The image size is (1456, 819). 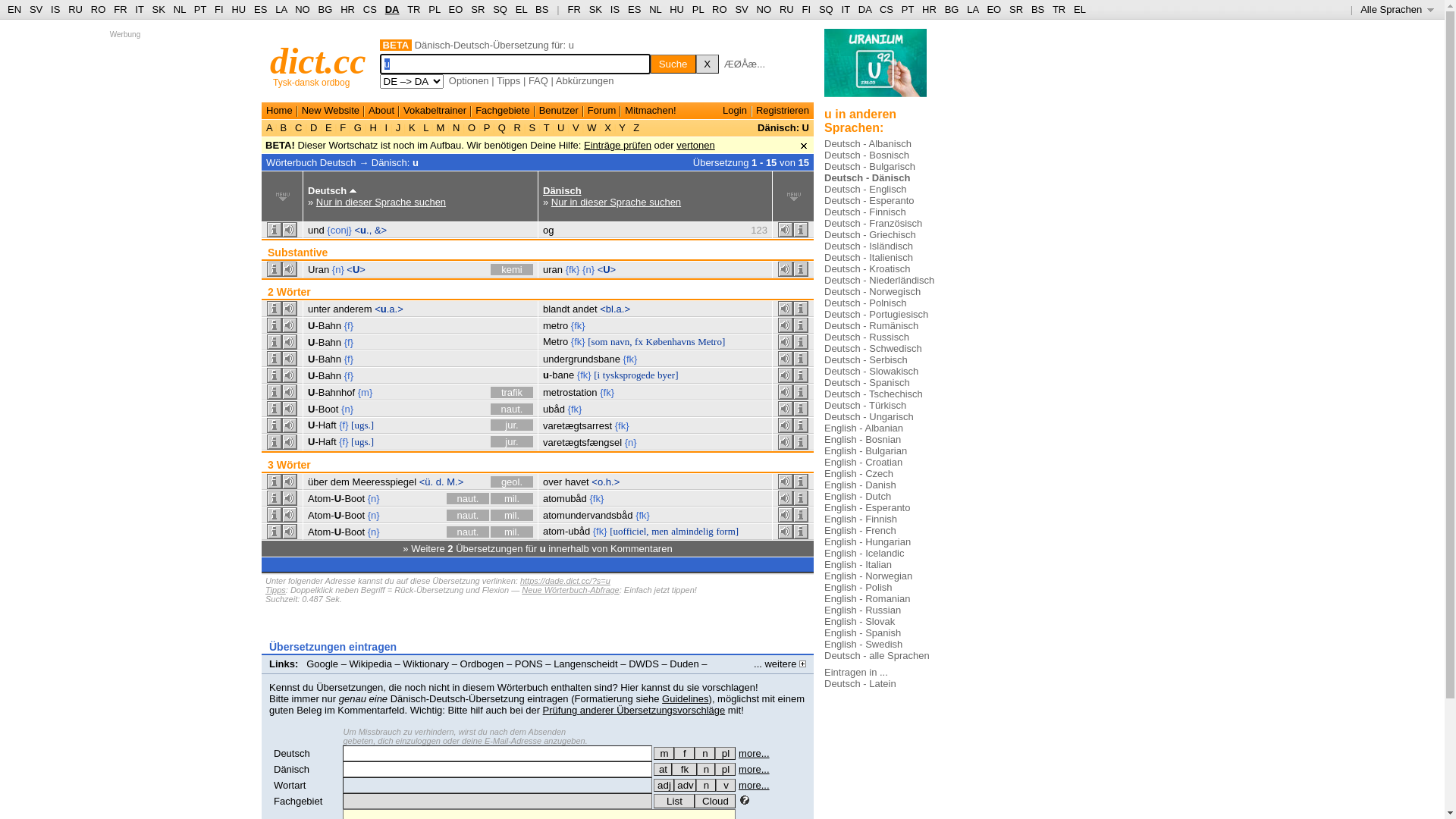 I want to click on '... weitere', so click(x=780, y=663).